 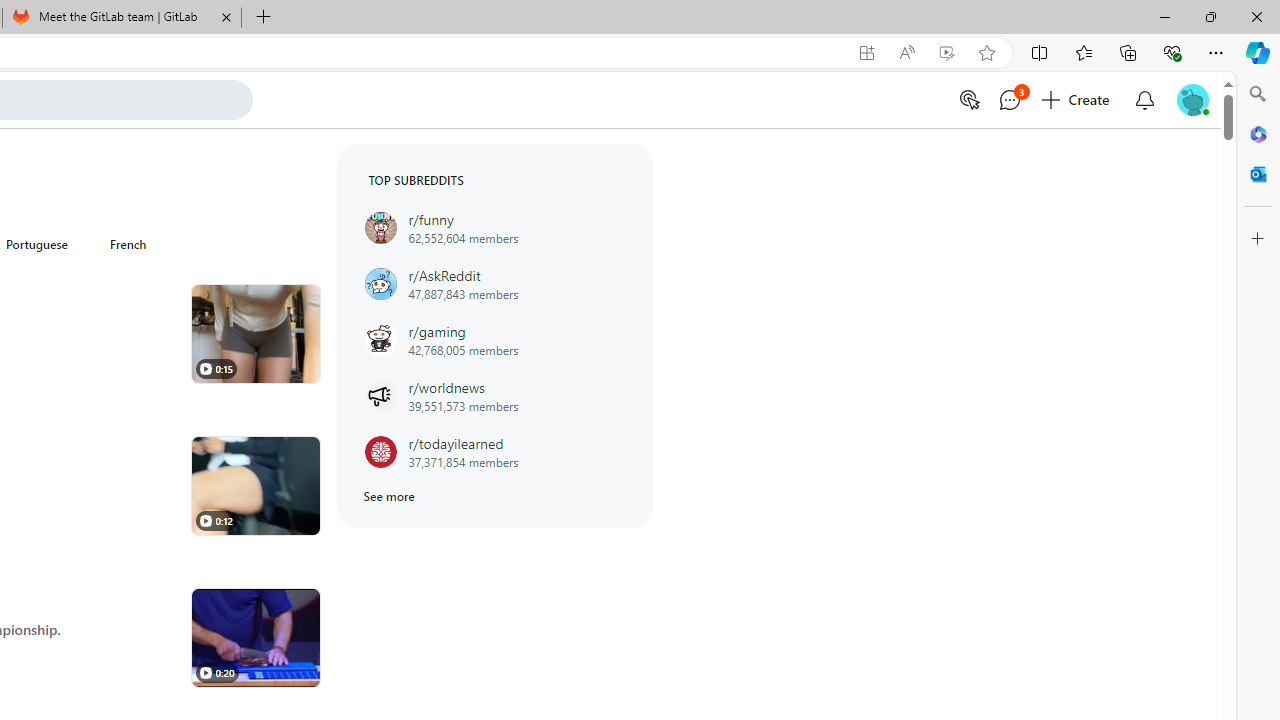 What do you see at coordinates (380, 396) in the screenshot?
I see `'r/worldnews icon'` at bounding box center [380, 396].